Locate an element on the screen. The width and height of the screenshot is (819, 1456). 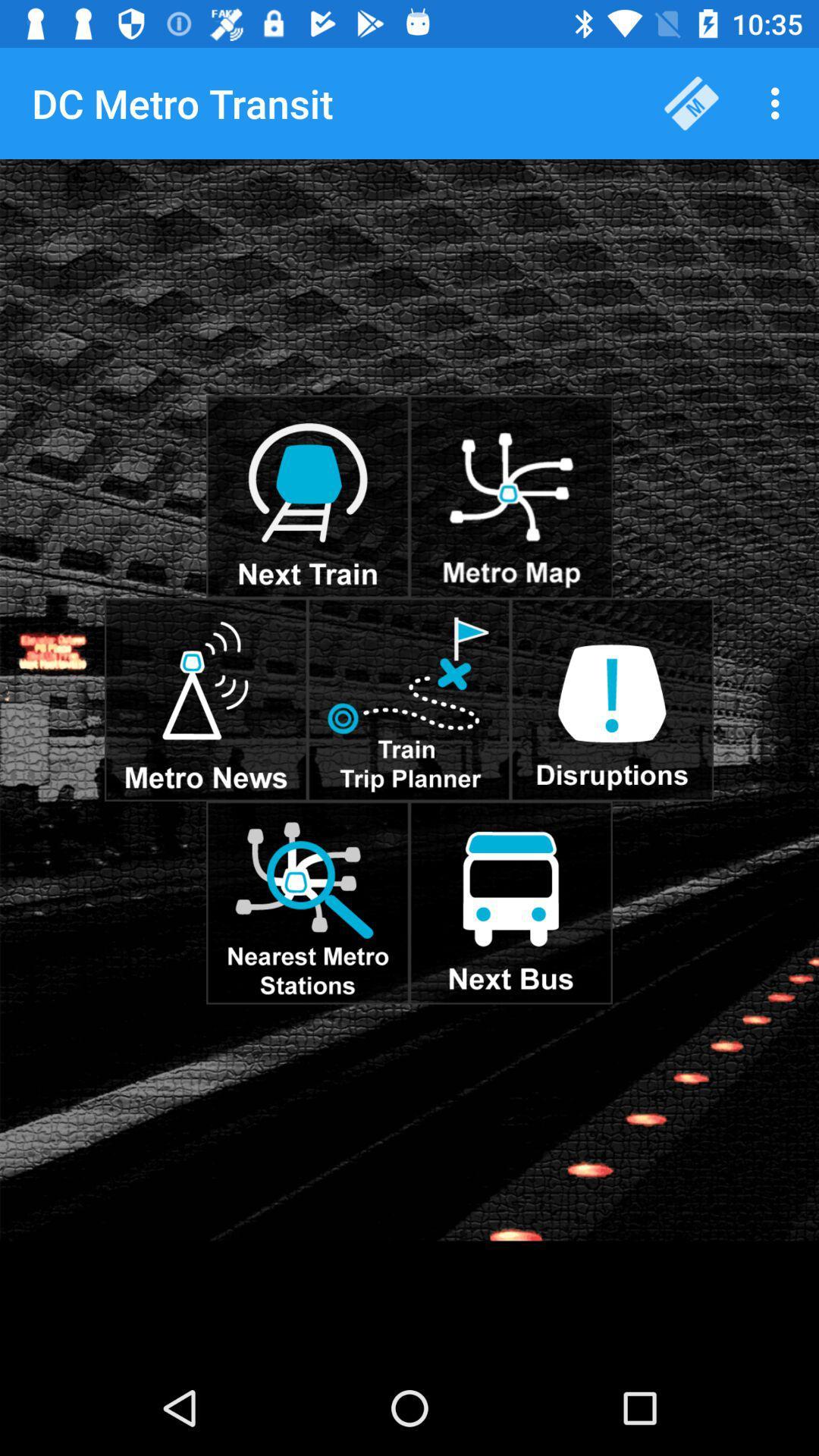
train trip planner is located at coordinates (408, 698).